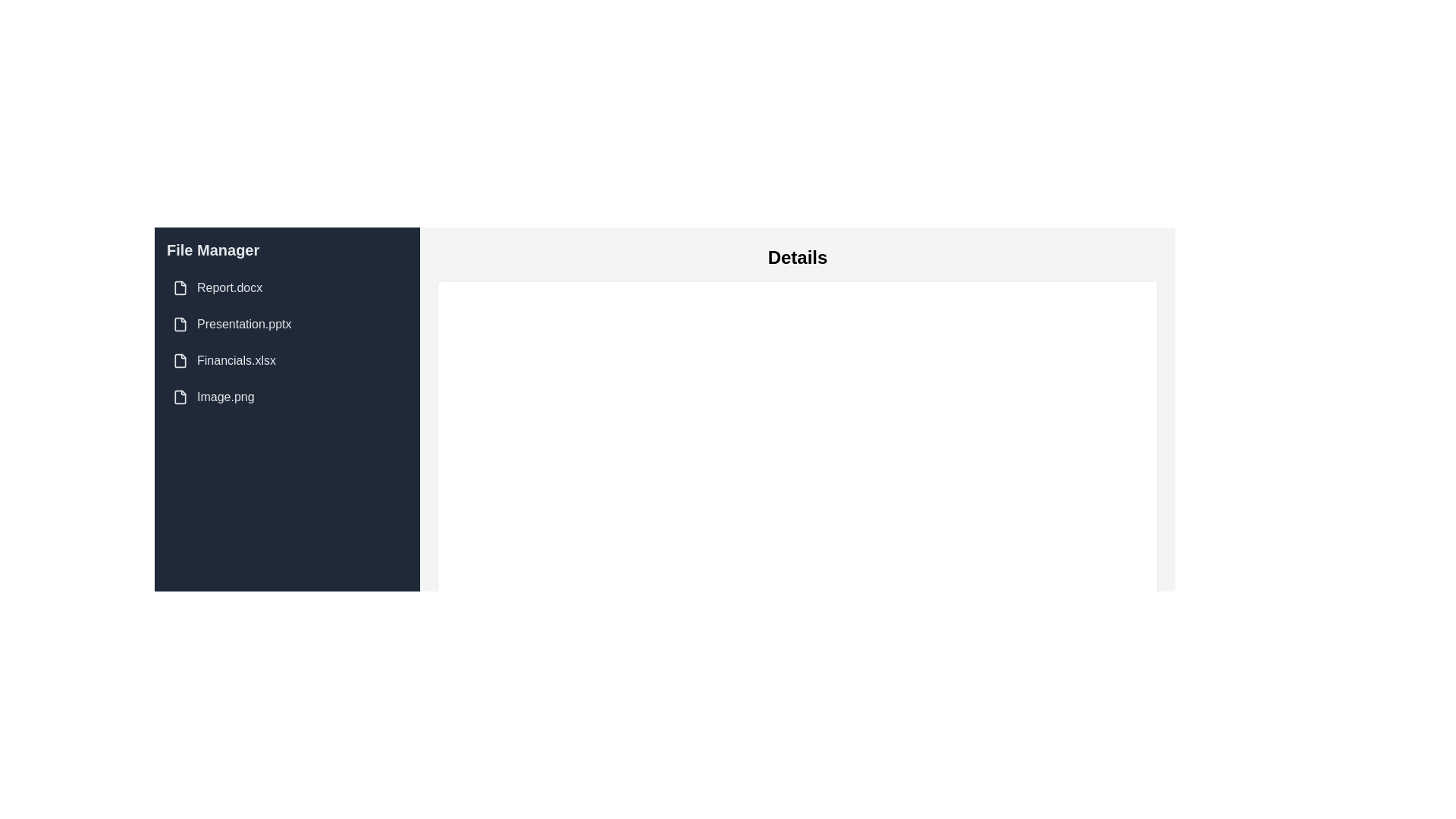 Image resolution: width=1456 pixels, height=819 pixels. I want to click on the document icon located in the left sidebar under 'File Manager', next to the text 'Report.docx', so click(180, 288).